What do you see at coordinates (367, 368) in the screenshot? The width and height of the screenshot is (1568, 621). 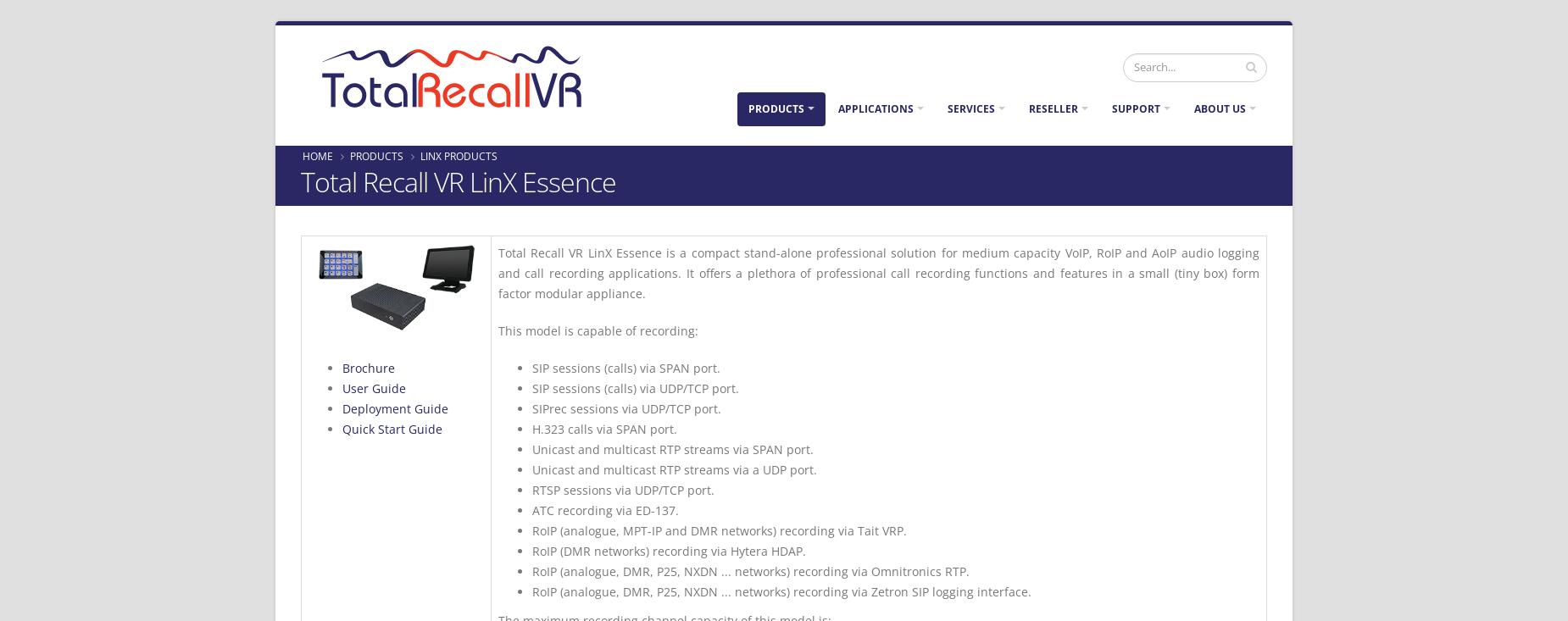 I see `'Brochure'` at bounding box center [367, 368].